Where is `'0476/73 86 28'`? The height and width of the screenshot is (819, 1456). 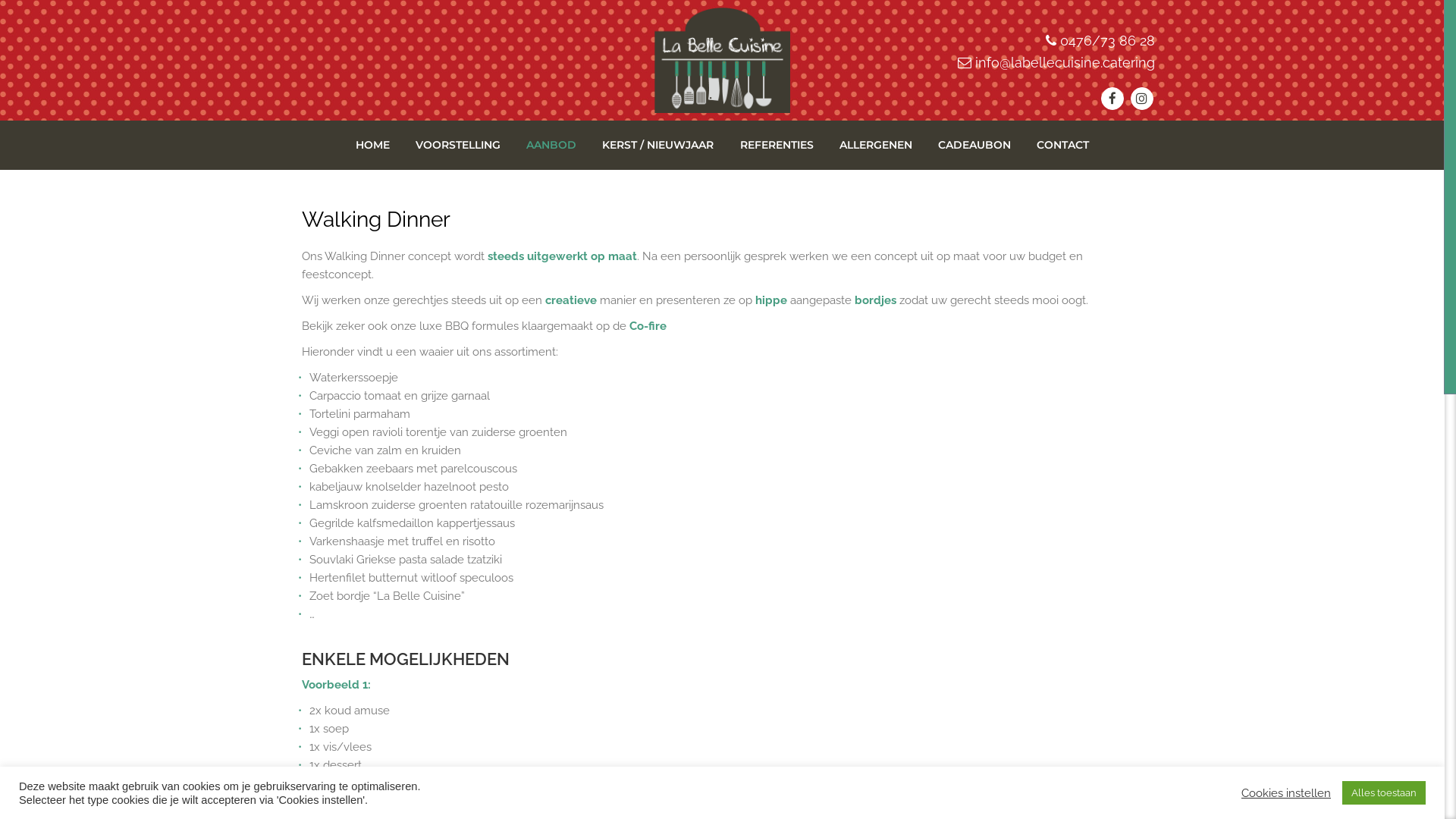
'0476/73 86 28' is located at coordinates (1059, 39).